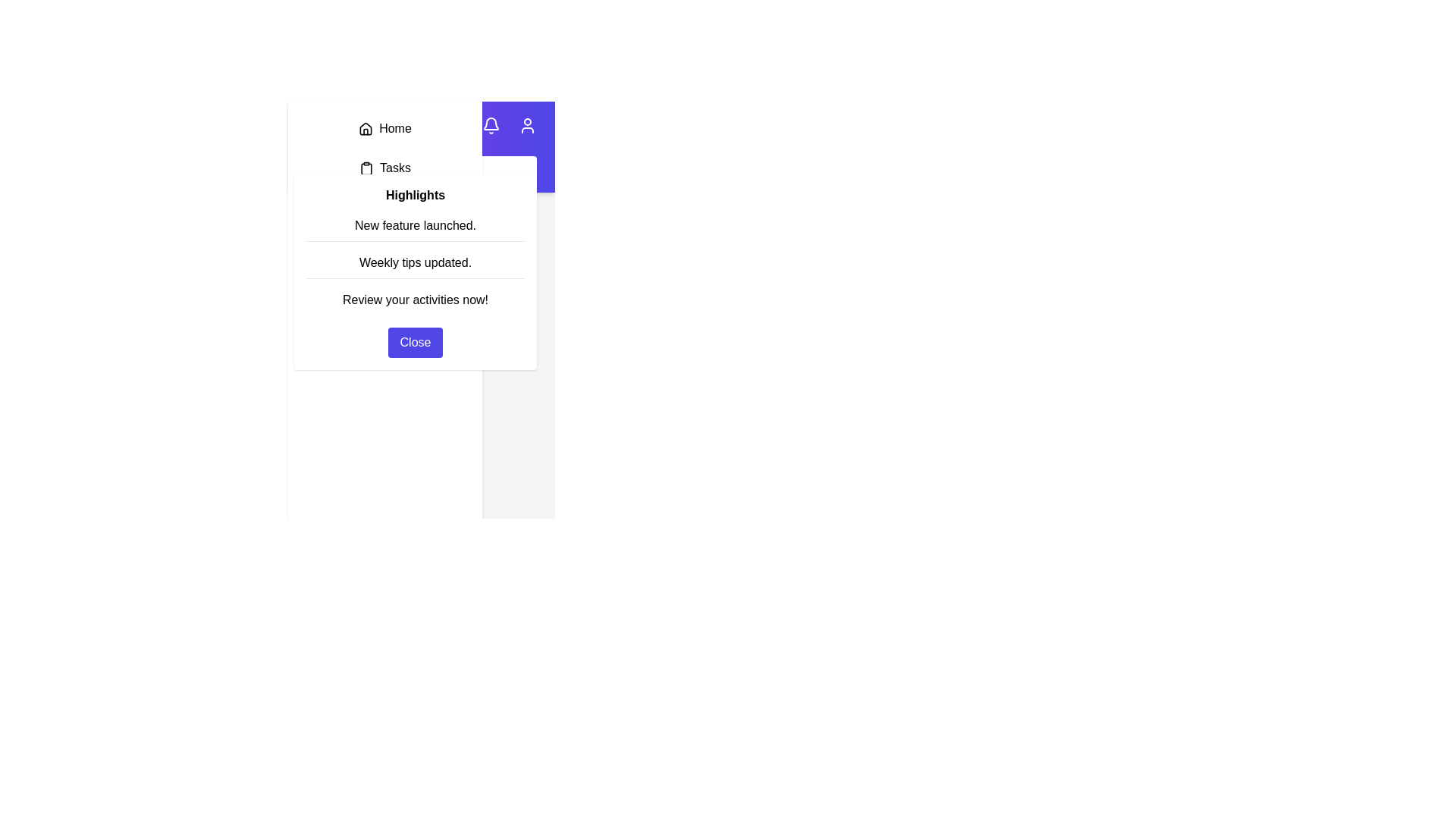 The height and width of the screenshot is (819, 1456). What do you see at coordinates (385, 187) in the screenshot?
I see `the 'Highlights' text label in the side menu for further actions` at bounding box center [385, 187].